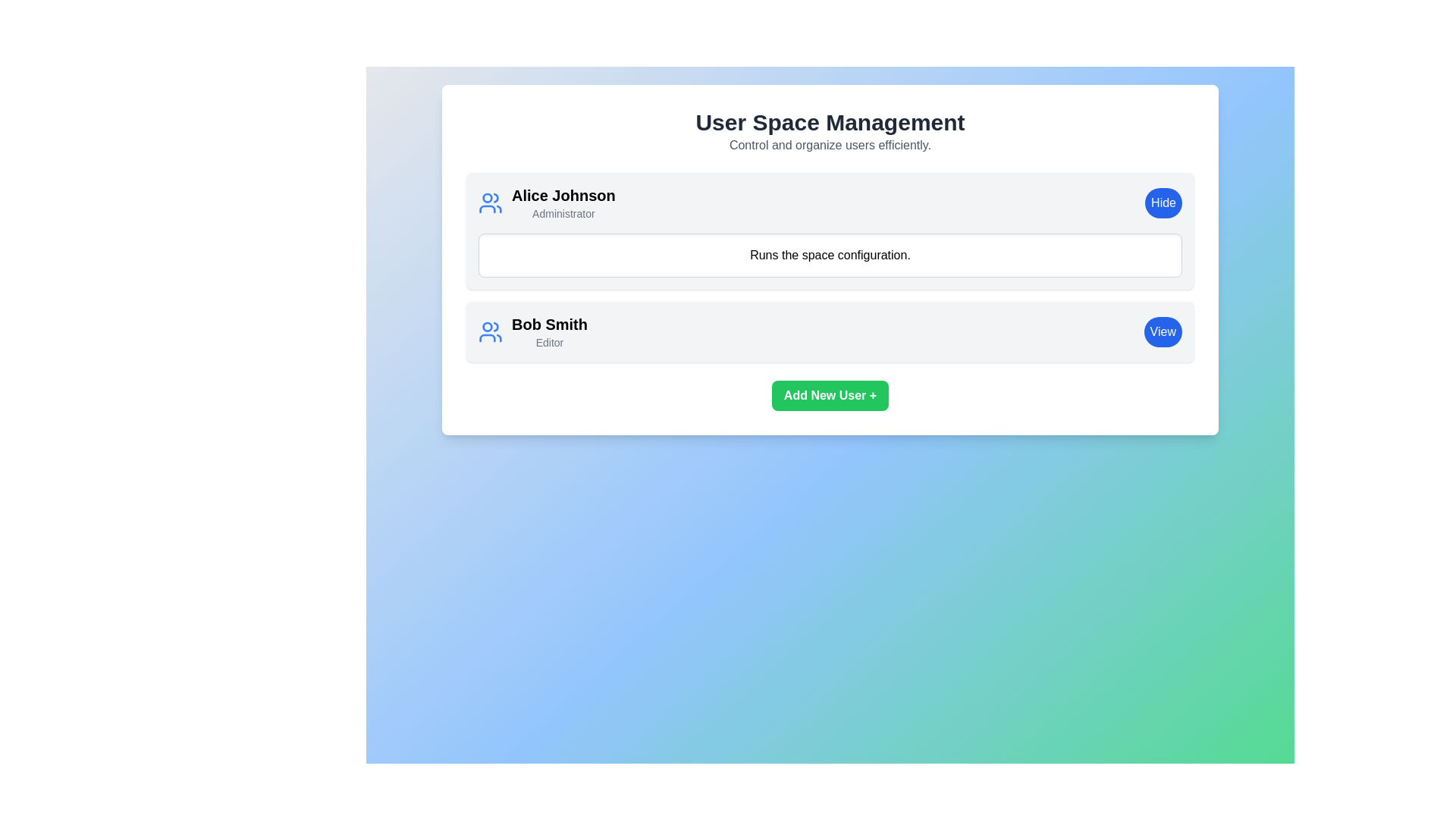 Image resolution: width=1456 pixels, height=819 pixels. What do you see at coordinates (563, 195) in the screenshot?
I see `information displayed in the user name text label located at the top-left section of the 'User Space Management' panel` at bounding box center [563, 195].